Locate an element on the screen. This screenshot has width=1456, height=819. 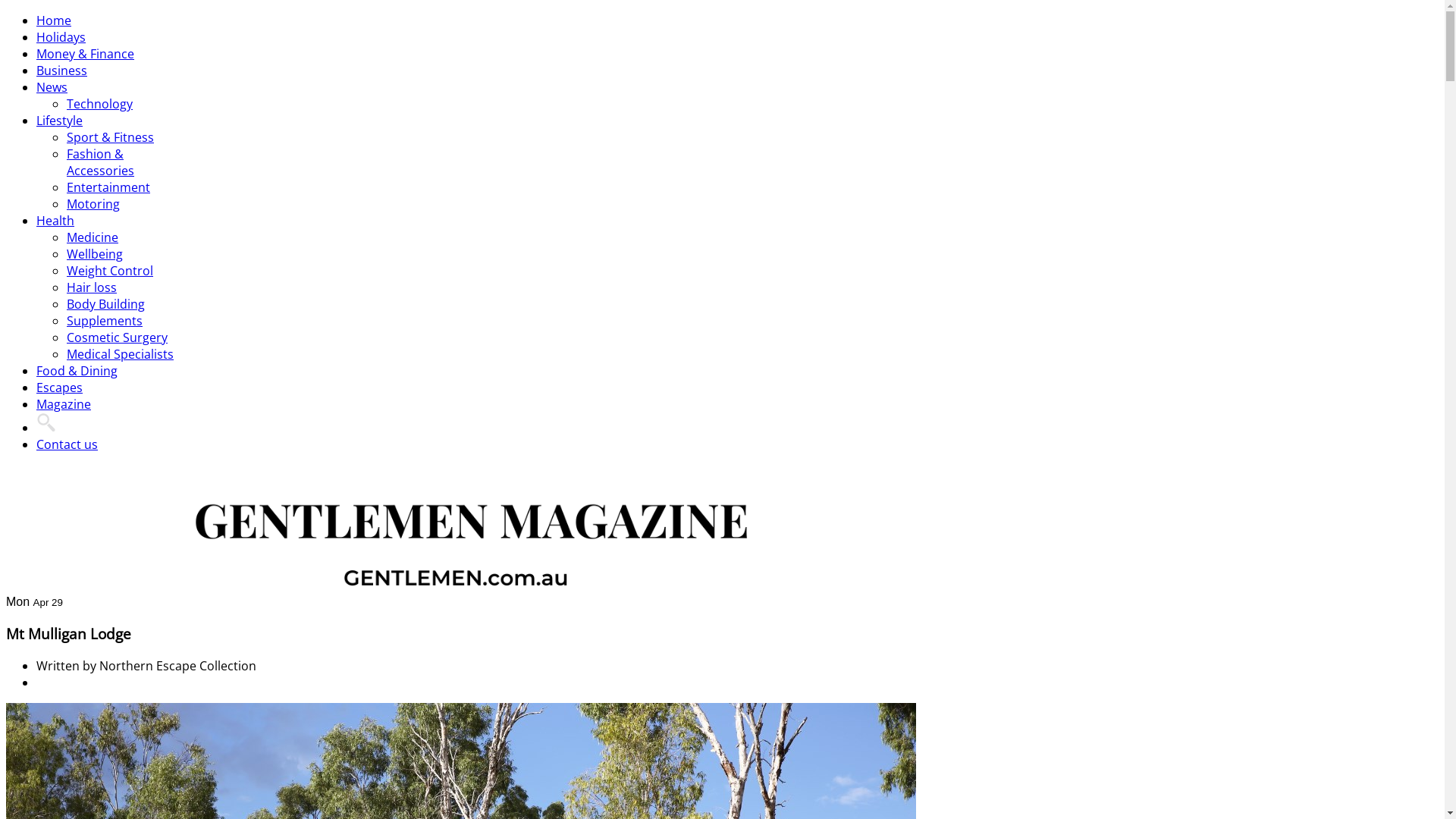
'Magazine' is located at coordinates (62, 403).